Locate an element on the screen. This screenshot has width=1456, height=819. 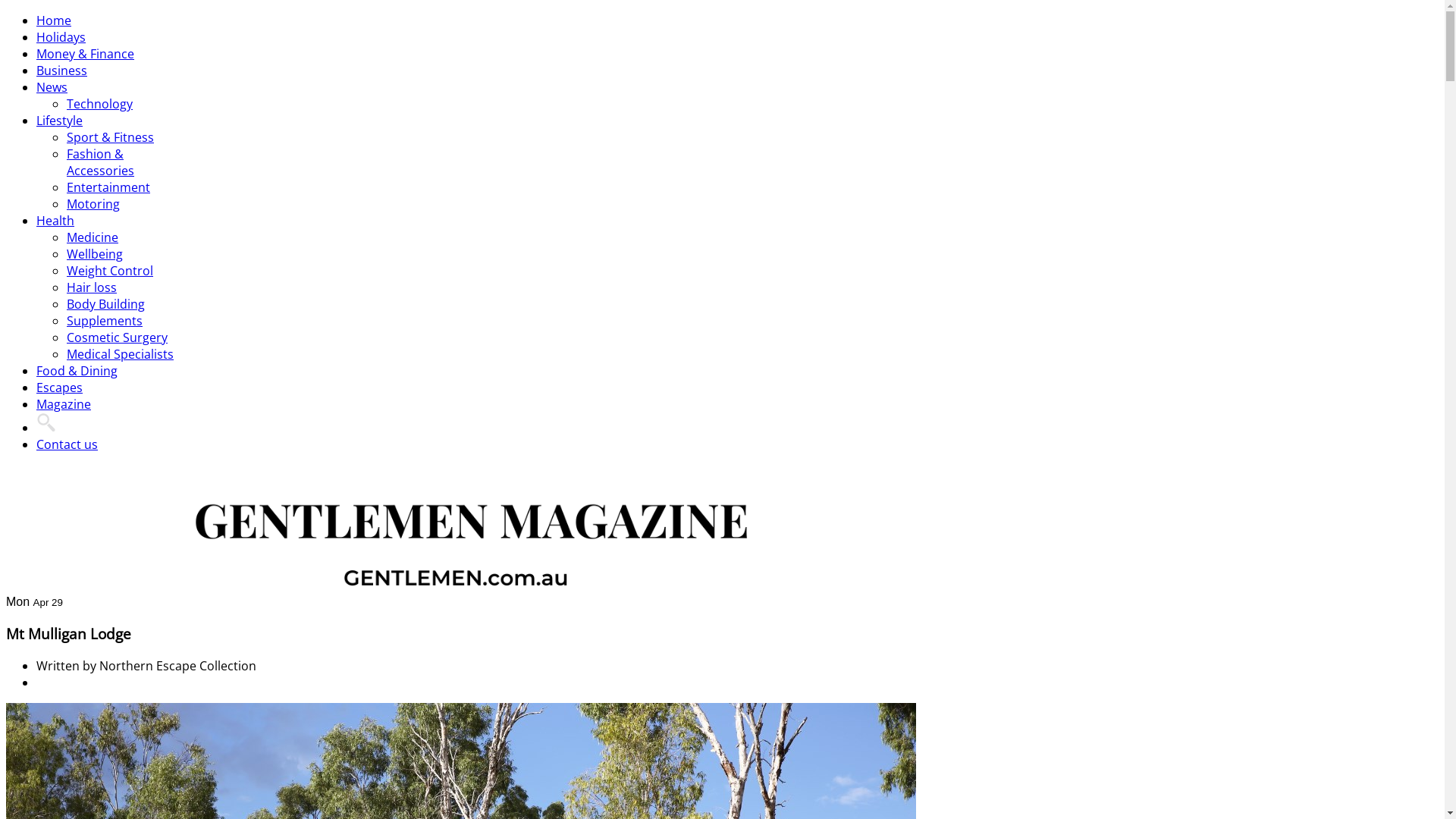
'Magazine' is located at coordinates (62, 403).